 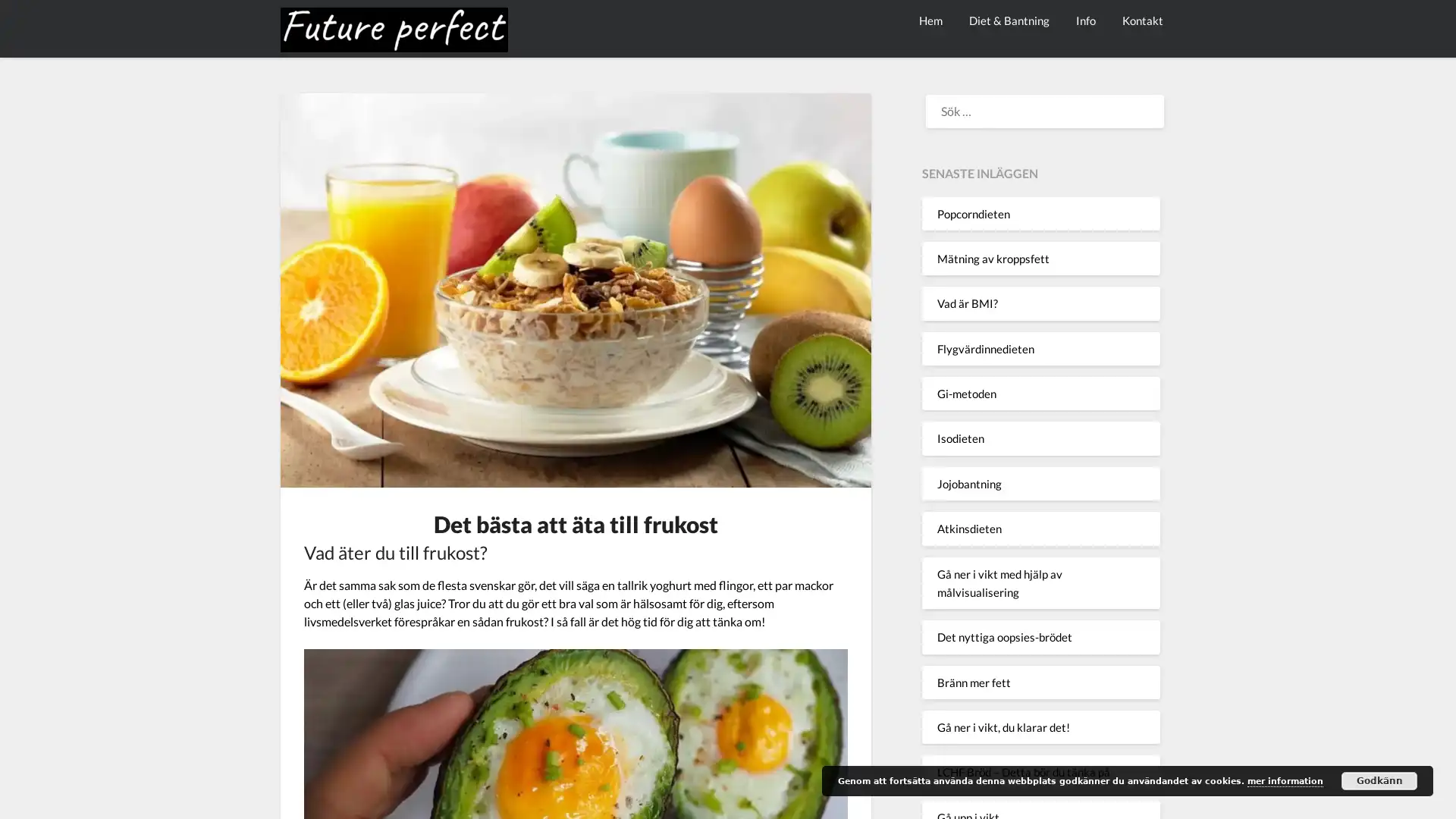 What do you see at coordinates (1379, 780) in the screenshot?
I see `Godkann` at bounding box center [1379, 780].